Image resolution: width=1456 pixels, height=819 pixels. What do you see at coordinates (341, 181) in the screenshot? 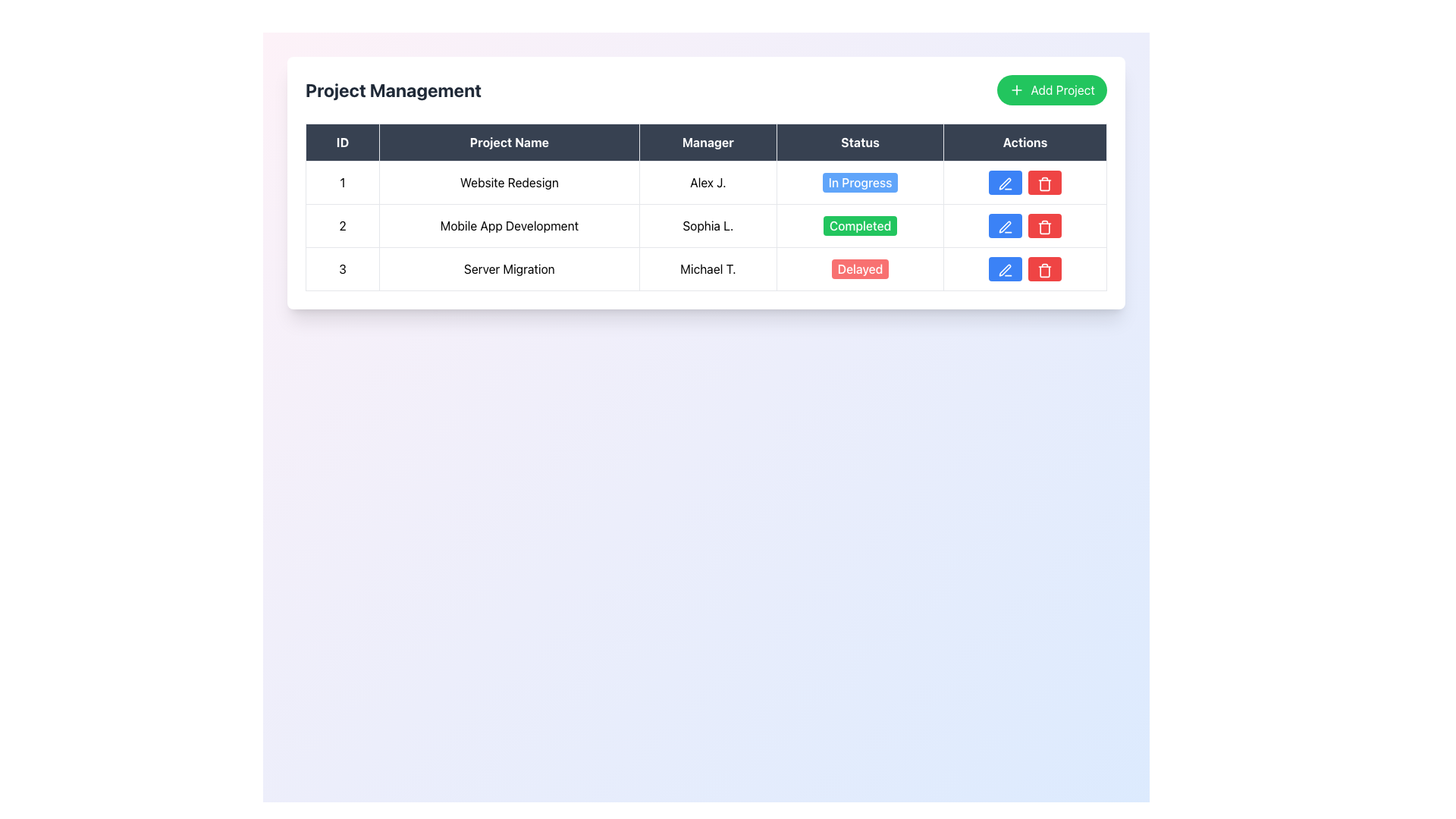
I see `the Text Cell in the first row under the 'ID' column, which displays the unique identifier for the project` at bounding box center [341, 181].